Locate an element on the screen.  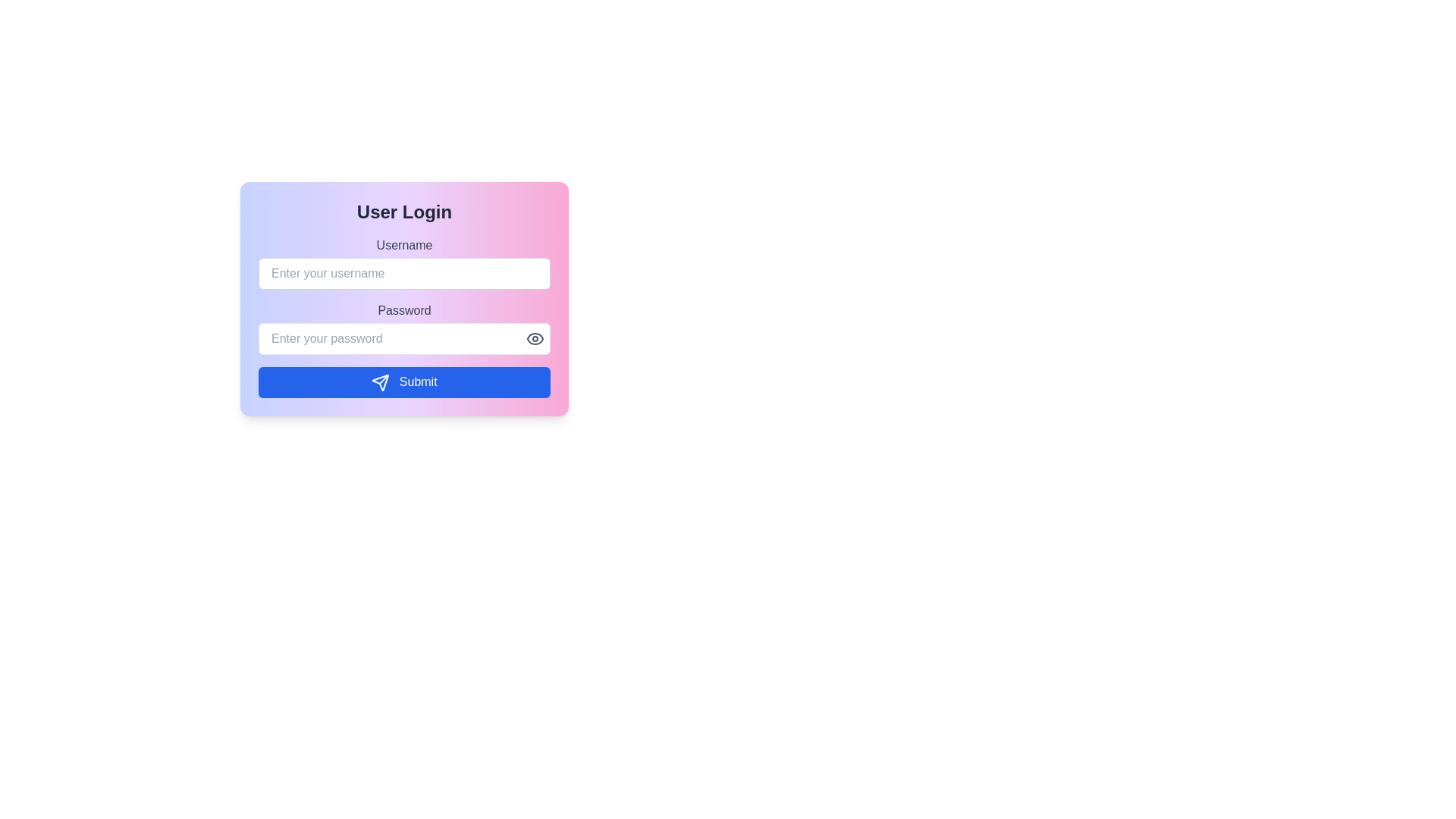
the small square button with a gray eye icon located to the right of the password input field is located at coordinates (535, 338).